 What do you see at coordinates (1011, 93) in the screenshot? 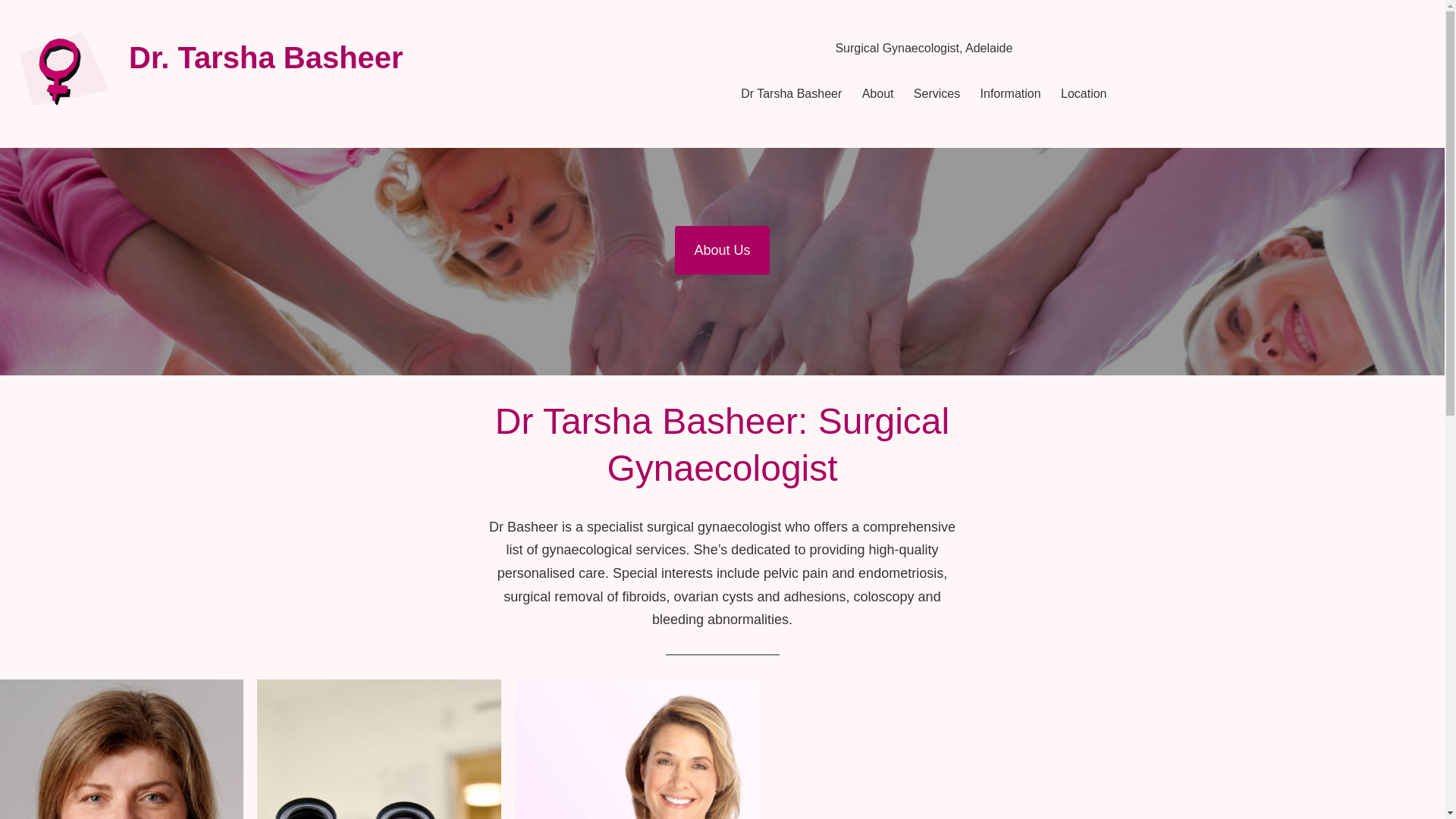
I see `'Information'` at bounding box center [1011, 93].